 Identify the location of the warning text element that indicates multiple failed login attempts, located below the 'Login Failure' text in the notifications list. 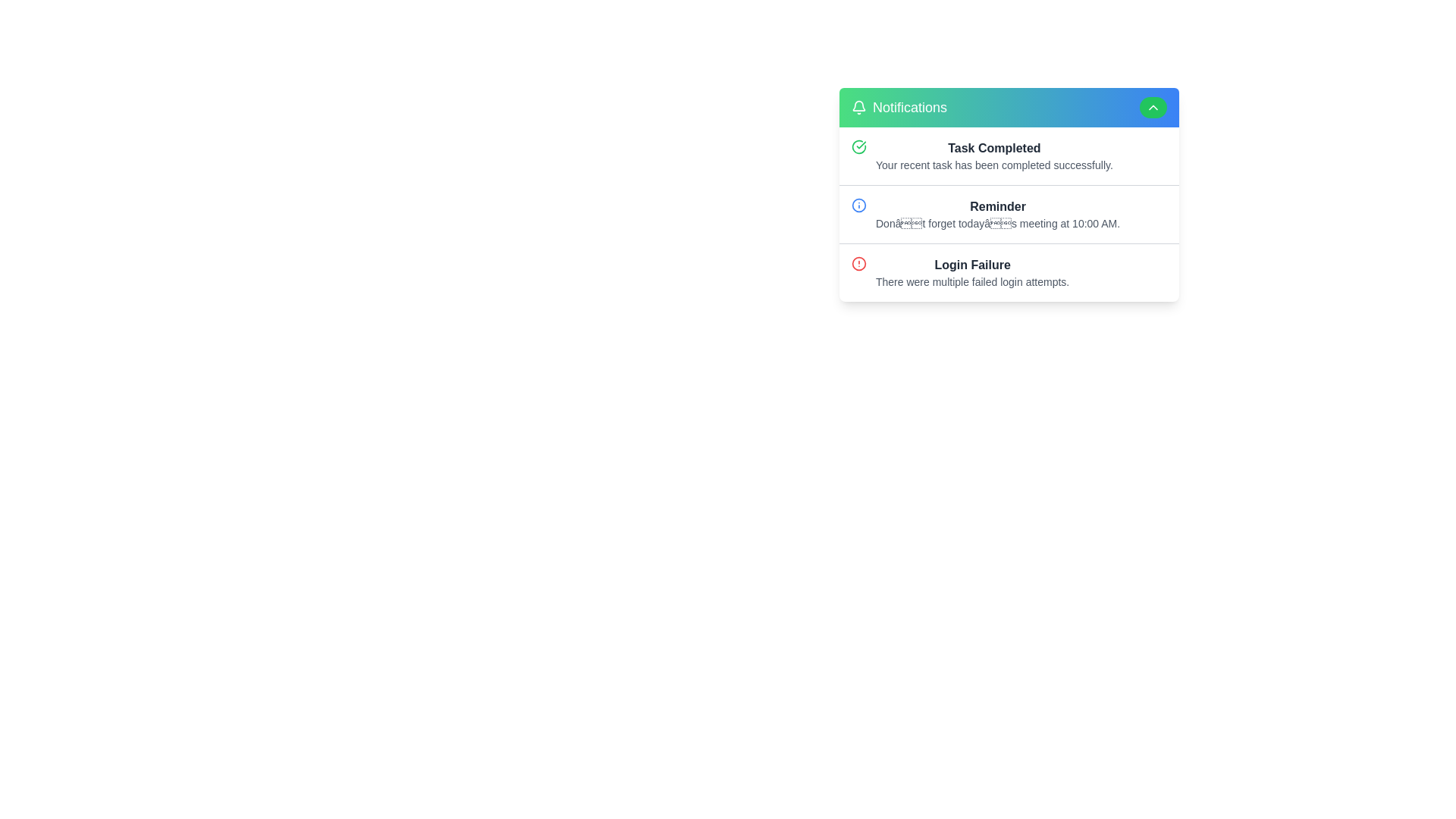
(972, 281).